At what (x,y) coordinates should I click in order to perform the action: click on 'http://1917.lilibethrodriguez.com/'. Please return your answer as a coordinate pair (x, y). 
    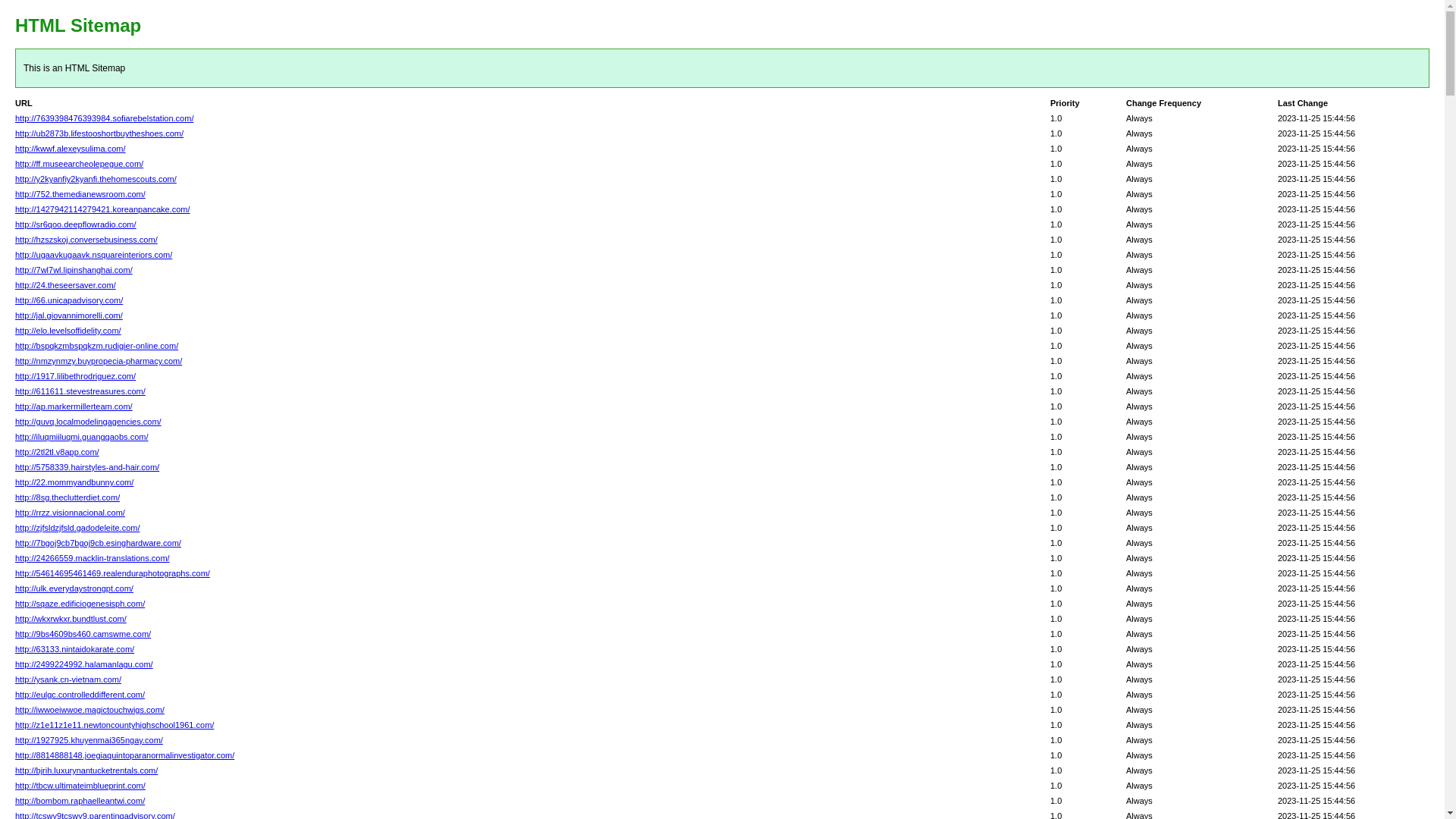
    Looking at the image, I should click on (74, 375).